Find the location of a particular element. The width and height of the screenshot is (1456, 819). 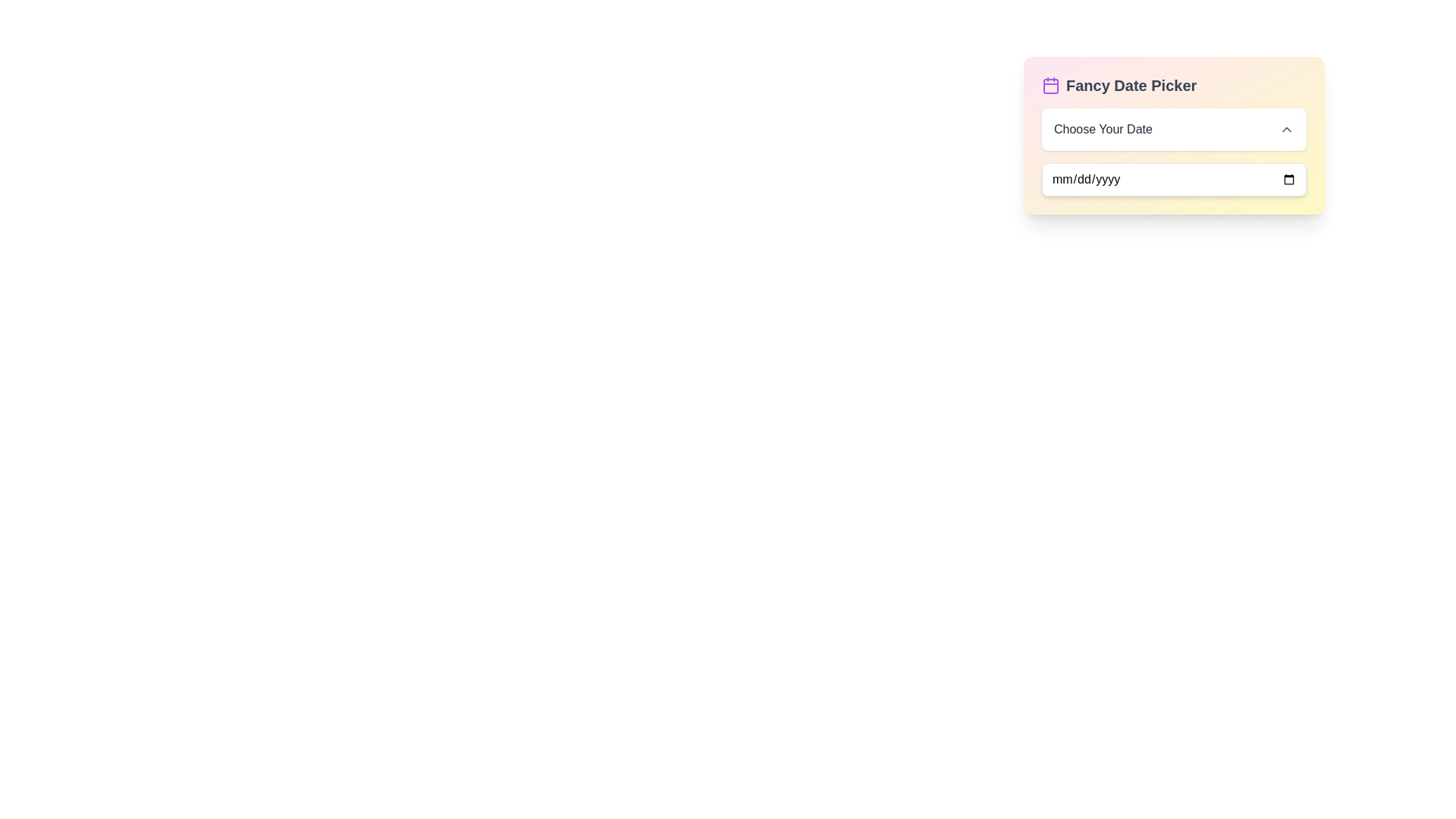

the text label displaying 'Choose Your Date' in dark gray font, which is positioned above the text input field within the 'Fancy Date Picker' interactive box is located at coordinates (1103, 128).